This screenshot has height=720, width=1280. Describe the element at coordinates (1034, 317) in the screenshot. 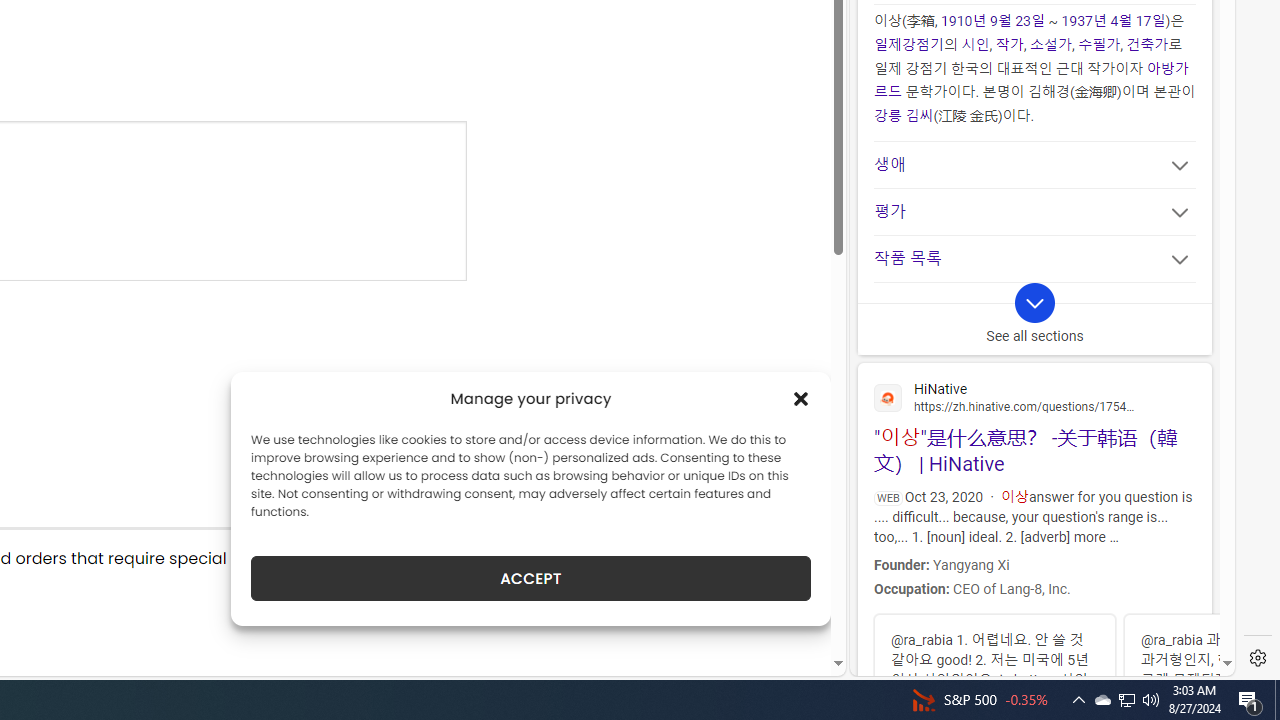

I see `'See all sections'` at that location.